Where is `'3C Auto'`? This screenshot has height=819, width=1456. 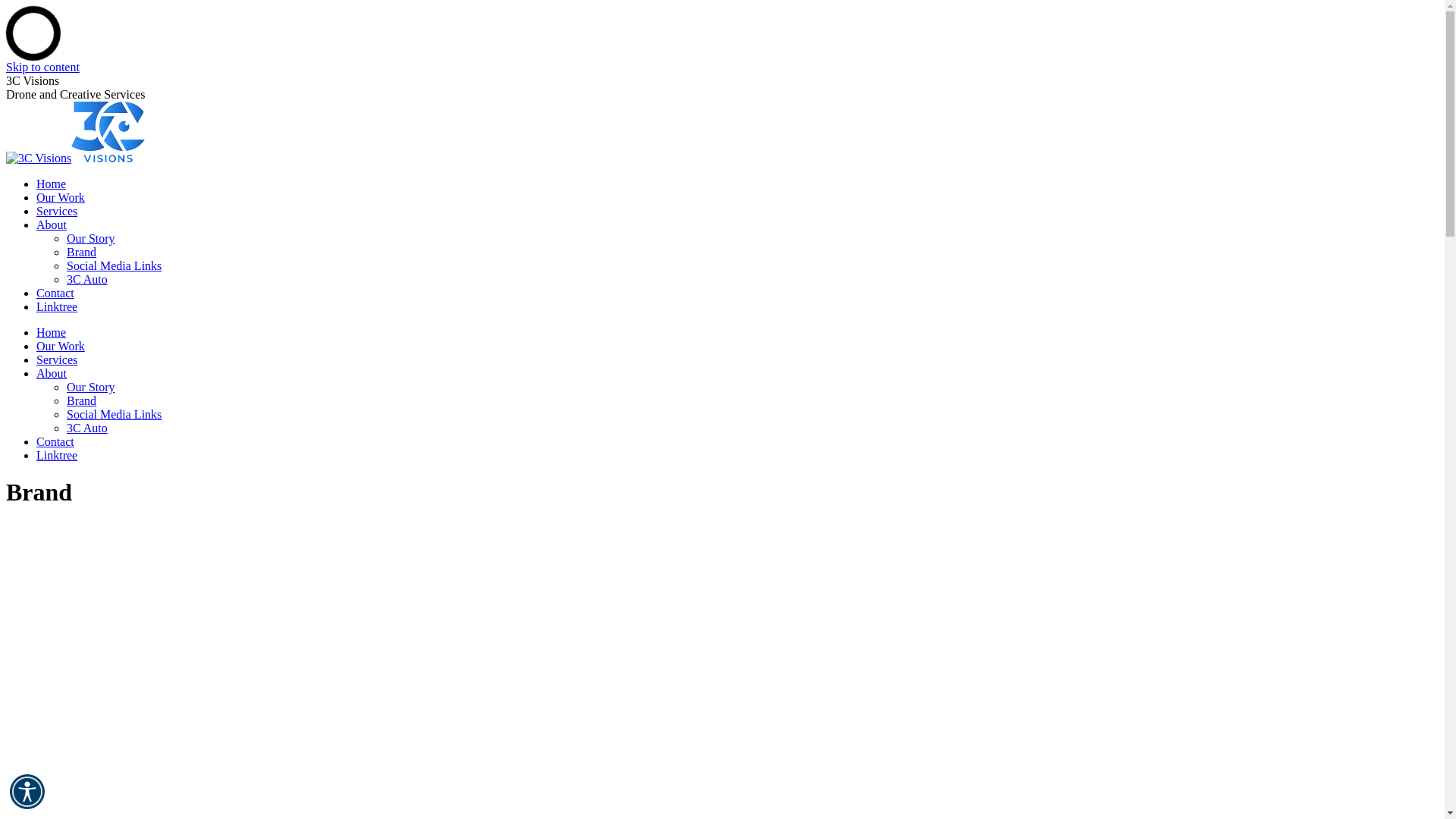 '3C Auto' is located at coordinates (65, 279).